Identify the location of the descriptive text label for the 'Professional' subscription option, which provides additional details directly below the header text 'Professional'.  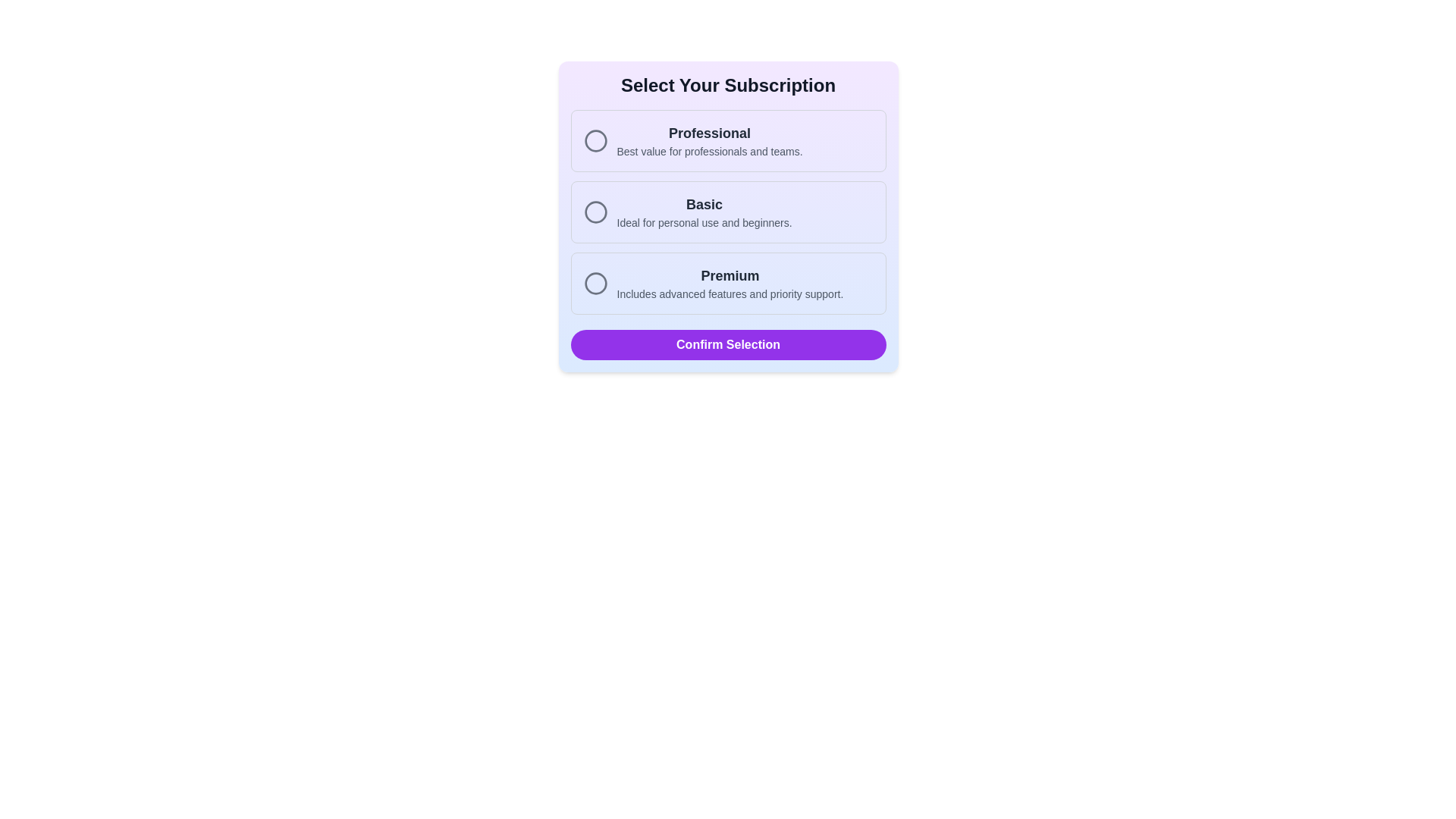
(709, 152).